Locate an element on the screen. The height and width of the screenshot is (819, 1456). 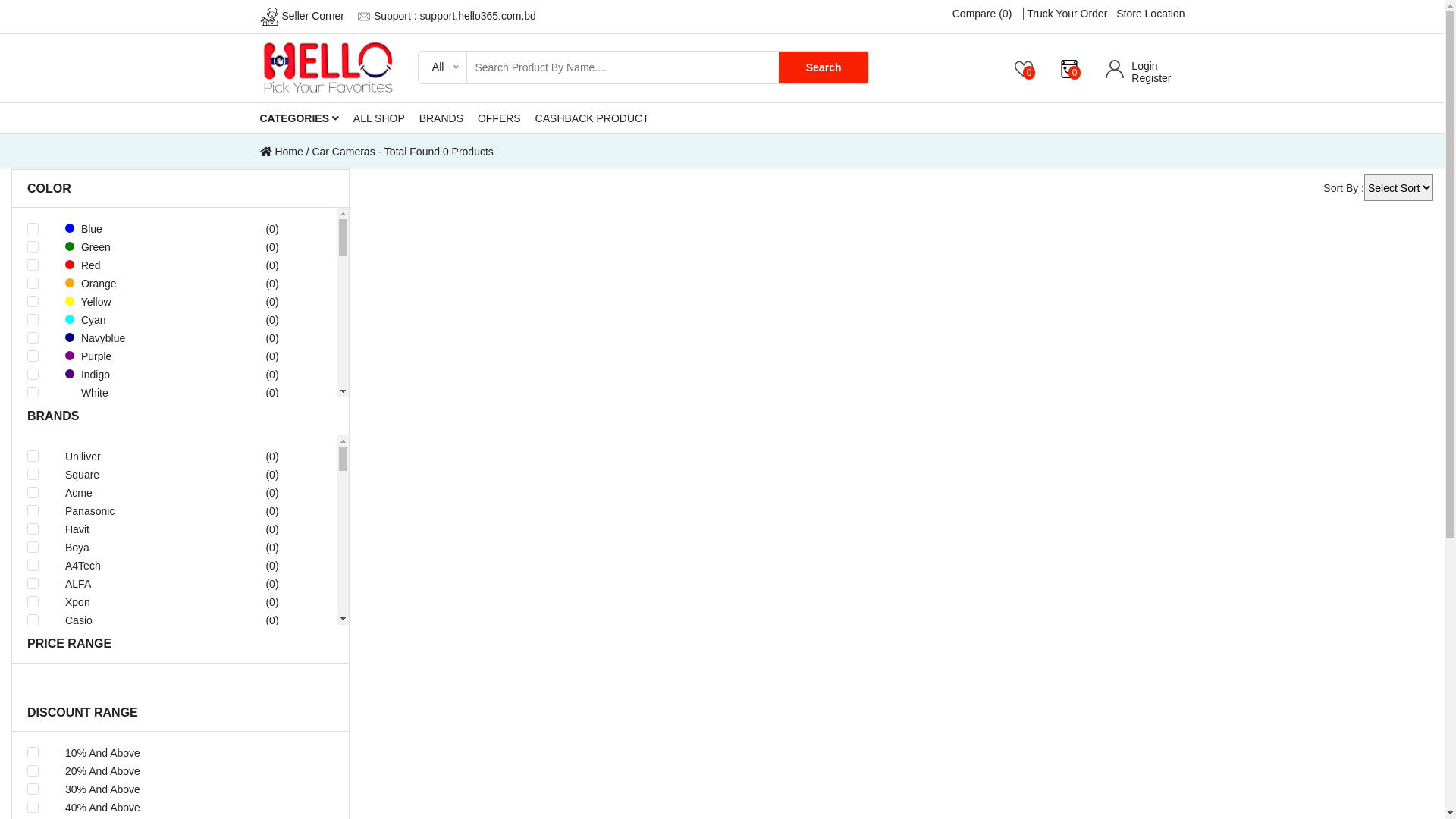
'Red' is located at coordinates (27, 265).